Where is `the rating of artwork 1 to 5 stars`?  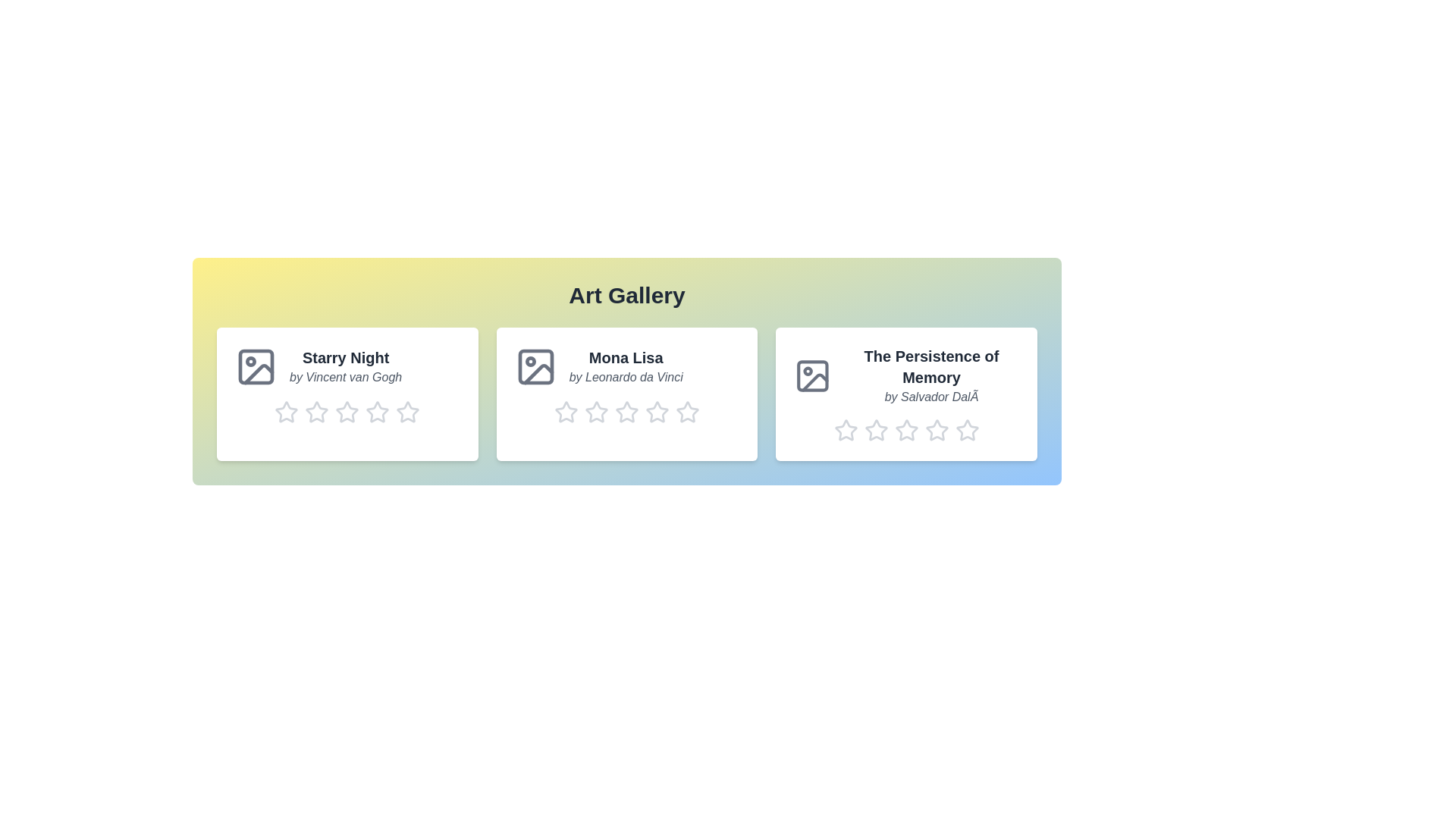
the rating of artwork 1 to 5 stars is located at coordinates (396, 412).